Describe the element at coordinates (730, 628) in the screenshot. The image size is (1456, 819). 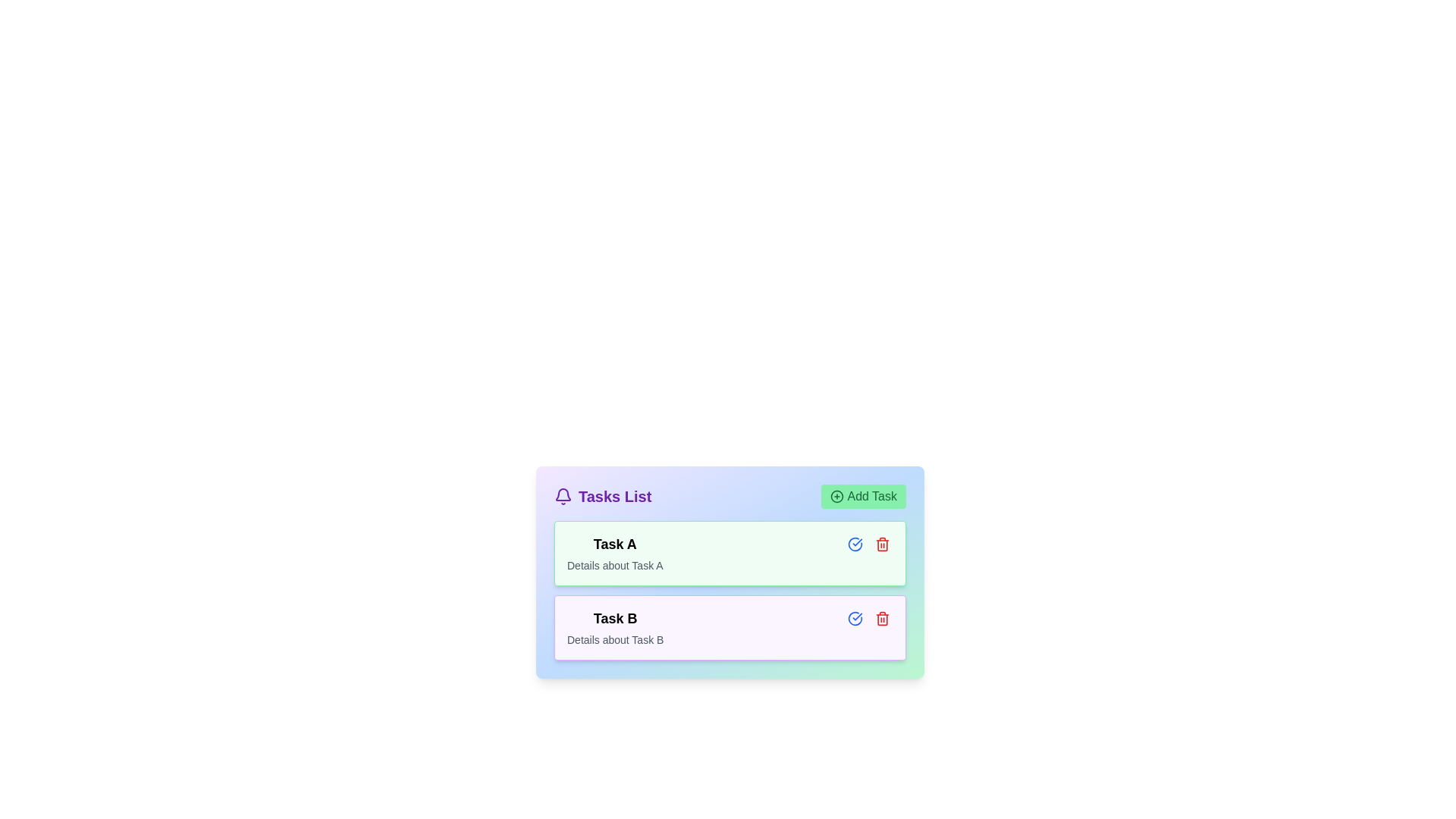
I see `the task card located as the second item in the vertical list, directly below 'Task A', to interact with its associated icons` at that location.